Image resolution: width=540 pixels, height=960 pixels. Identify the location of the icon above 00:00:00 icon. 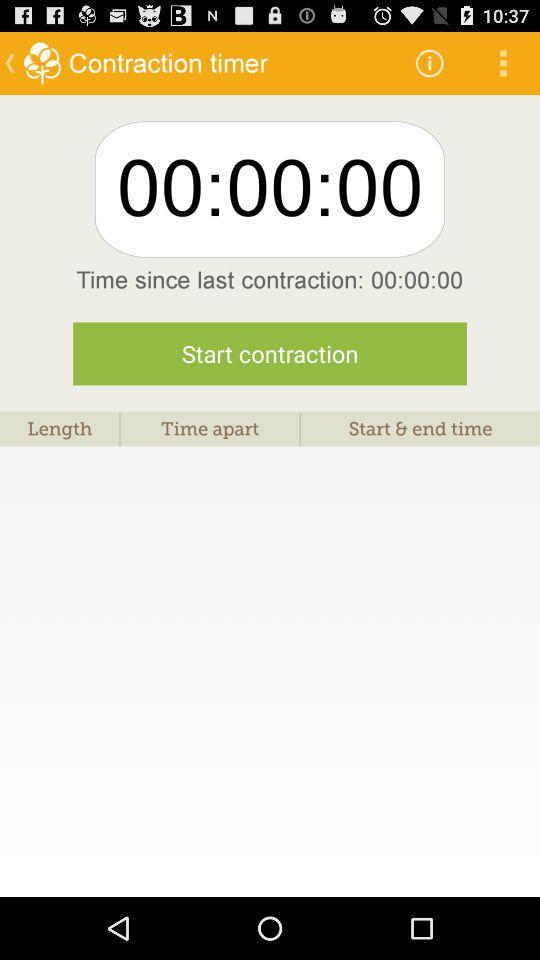
(428, 62).